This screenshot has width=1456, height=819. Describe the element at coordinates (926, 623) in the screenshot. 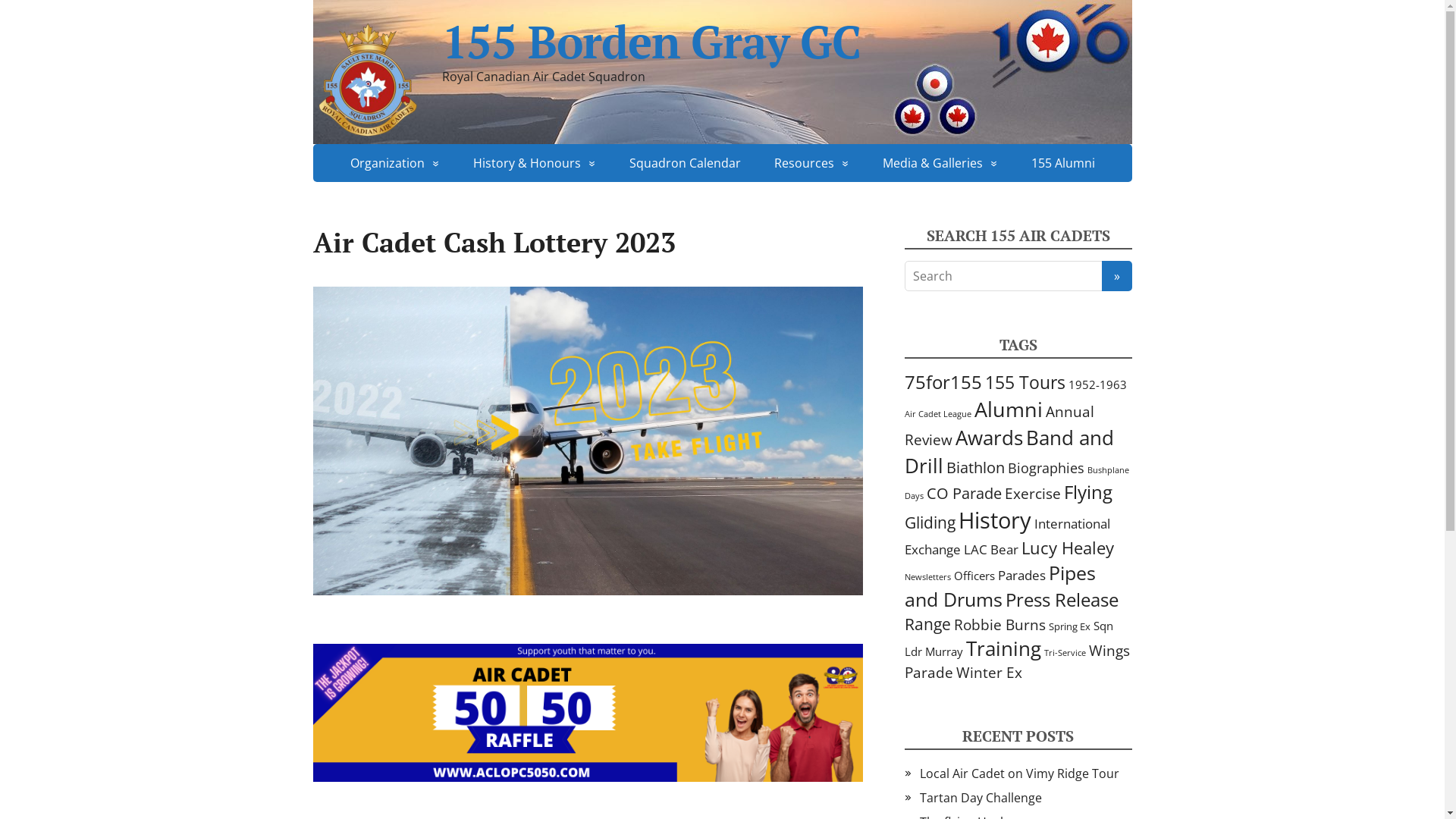

I see `'Range'` at that location.